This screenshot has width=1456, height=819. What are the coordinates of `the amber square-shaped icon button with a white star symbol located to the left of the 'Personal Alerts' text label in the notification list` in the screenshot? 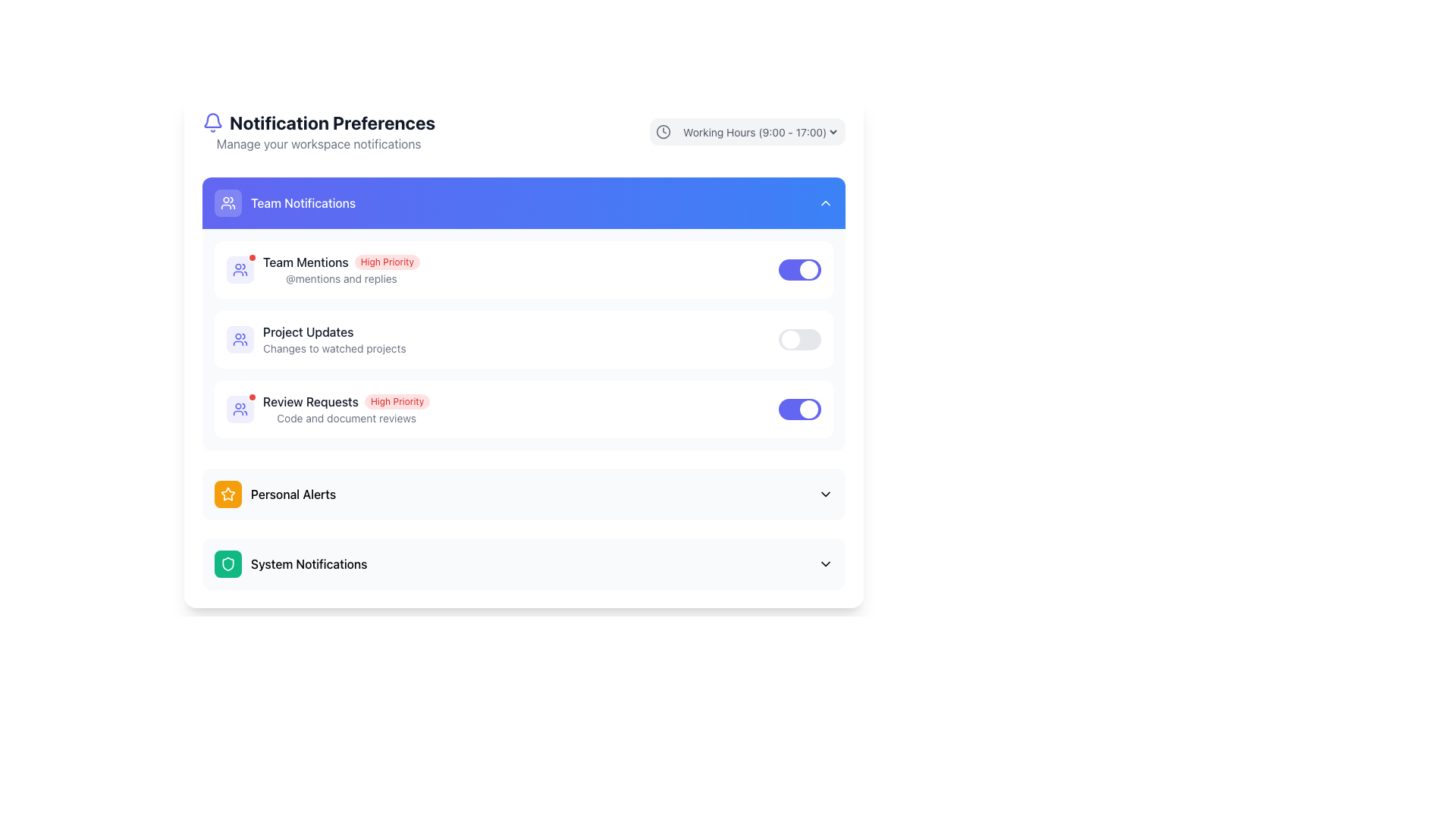 It's located at (227, 494).